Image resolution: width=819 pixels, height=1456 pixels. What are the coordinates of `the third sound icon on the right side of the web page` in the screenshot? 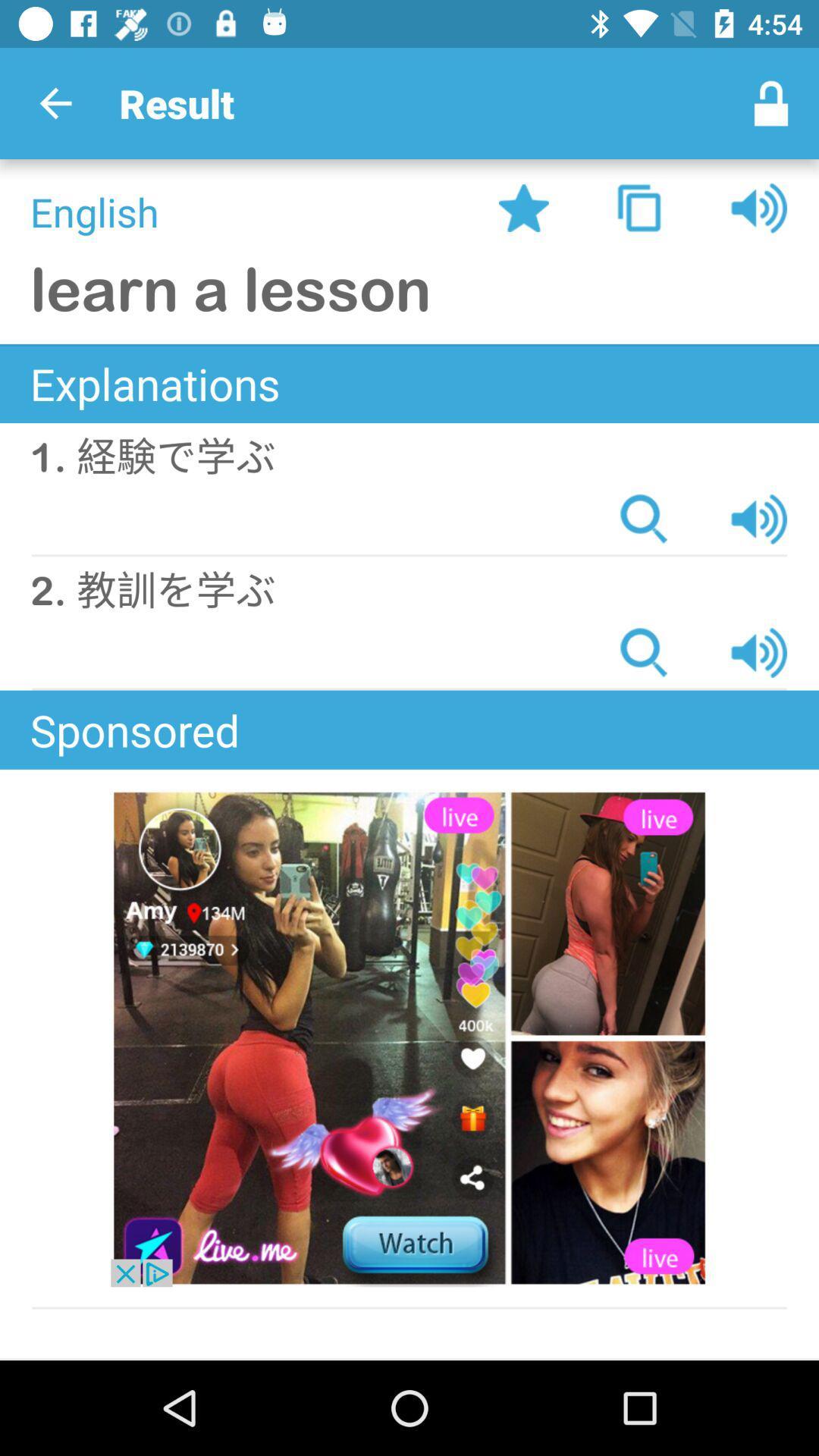 It's located at (759, 652).